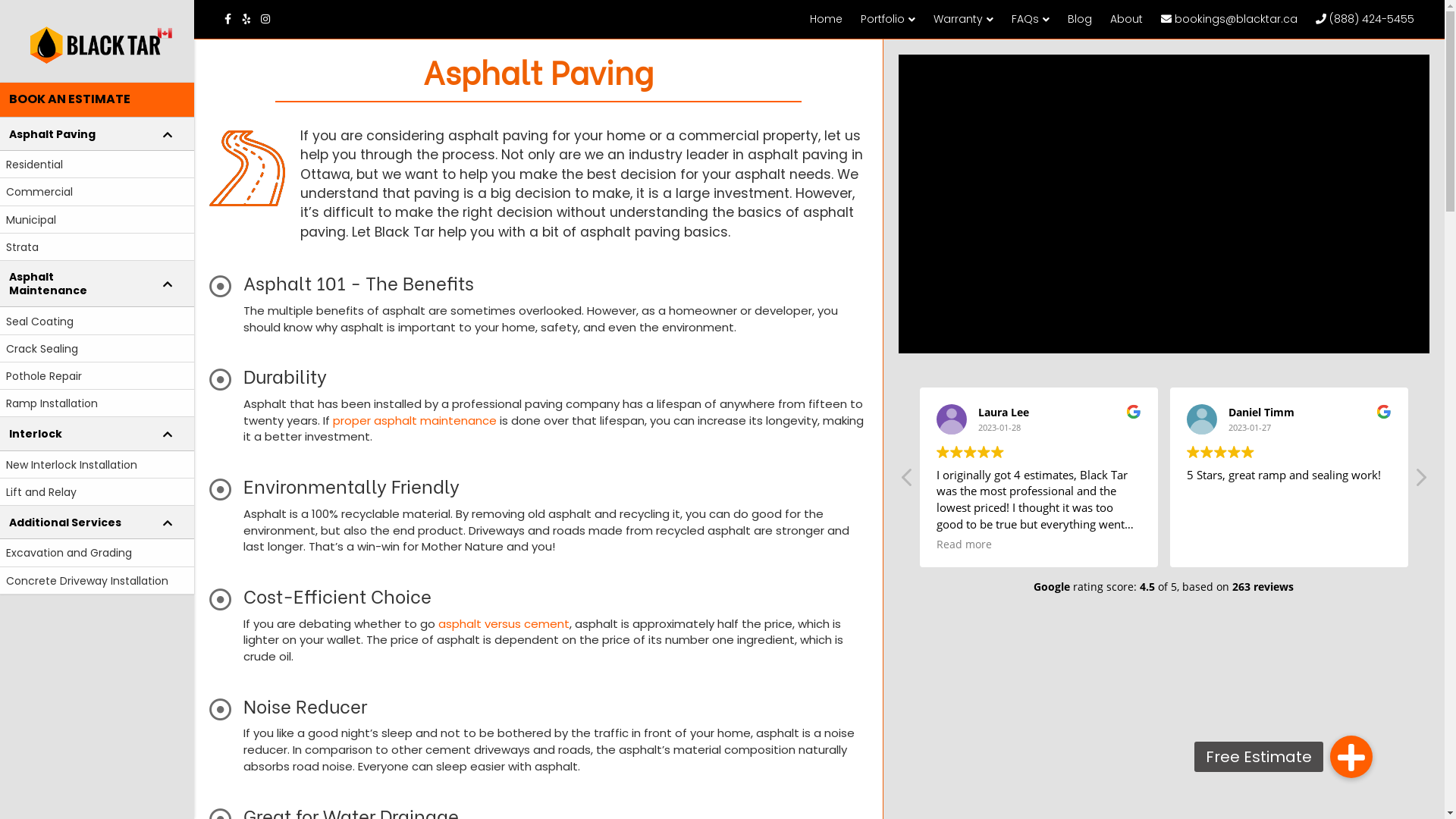 Image resolution: width=1456 pixels, height=819 pixels. Describe the element at coordinates (96, 246) in the screenshot. I see `'Strata'` at that location.